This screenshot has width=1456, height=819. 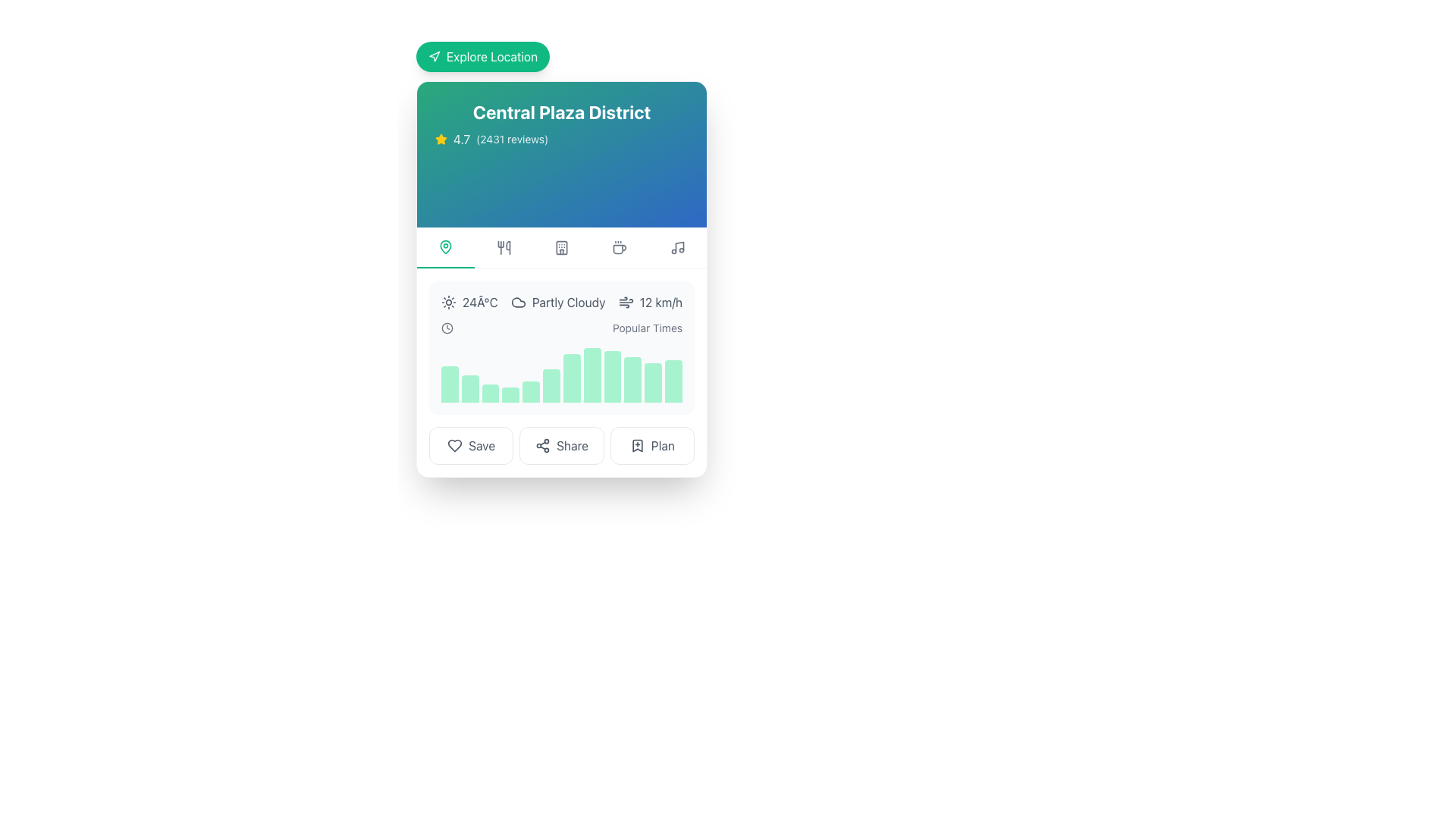 What do you see at coordinates (560, 155) in the screenshot?
I see `the Informational banner displaying 'Central Plaza District' and '4.7 (2431 reviews)' to note the place's name` at bounding box center [560, 155].